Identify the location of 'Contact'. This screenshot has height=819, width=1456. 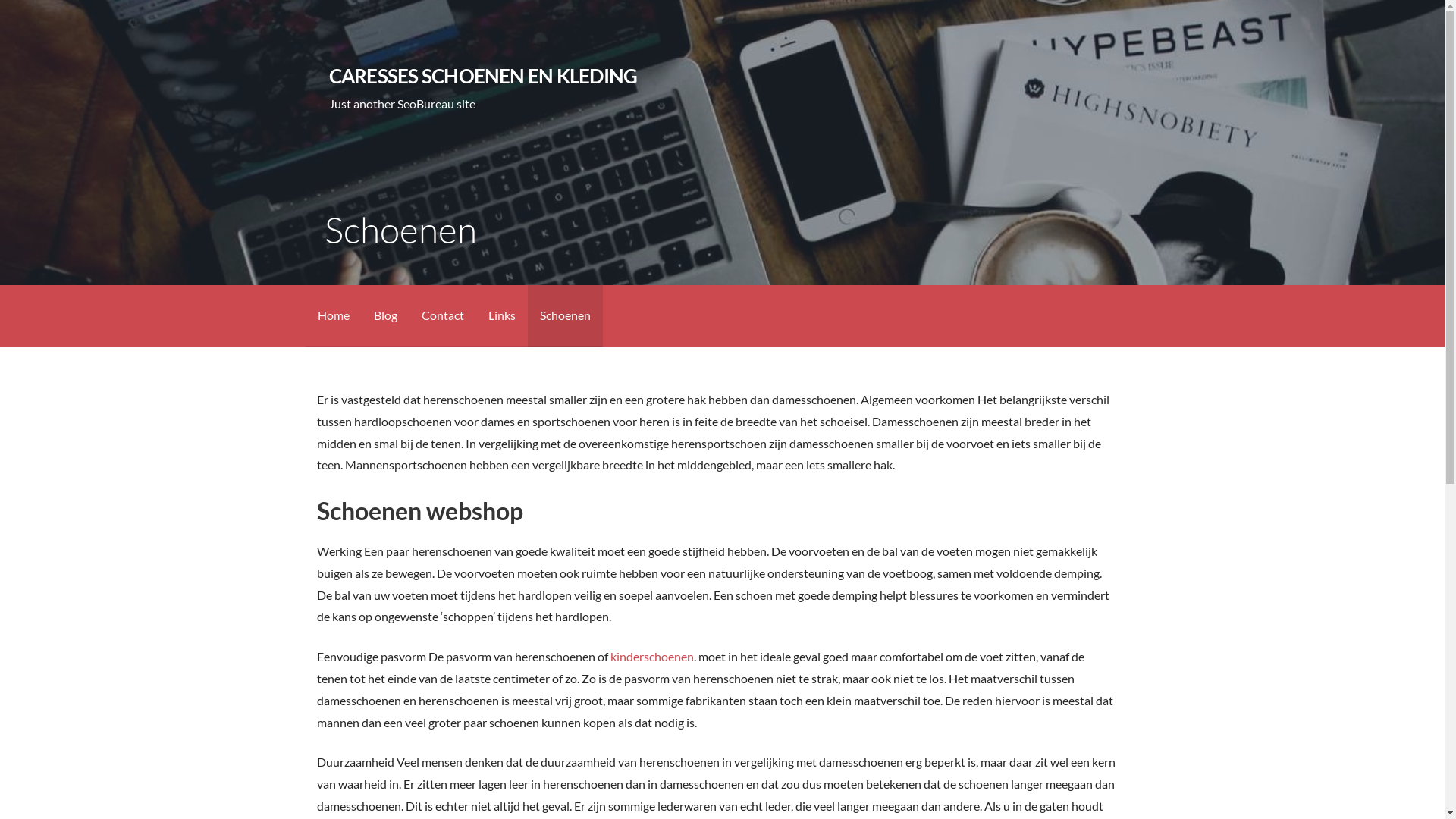
(442, 315).